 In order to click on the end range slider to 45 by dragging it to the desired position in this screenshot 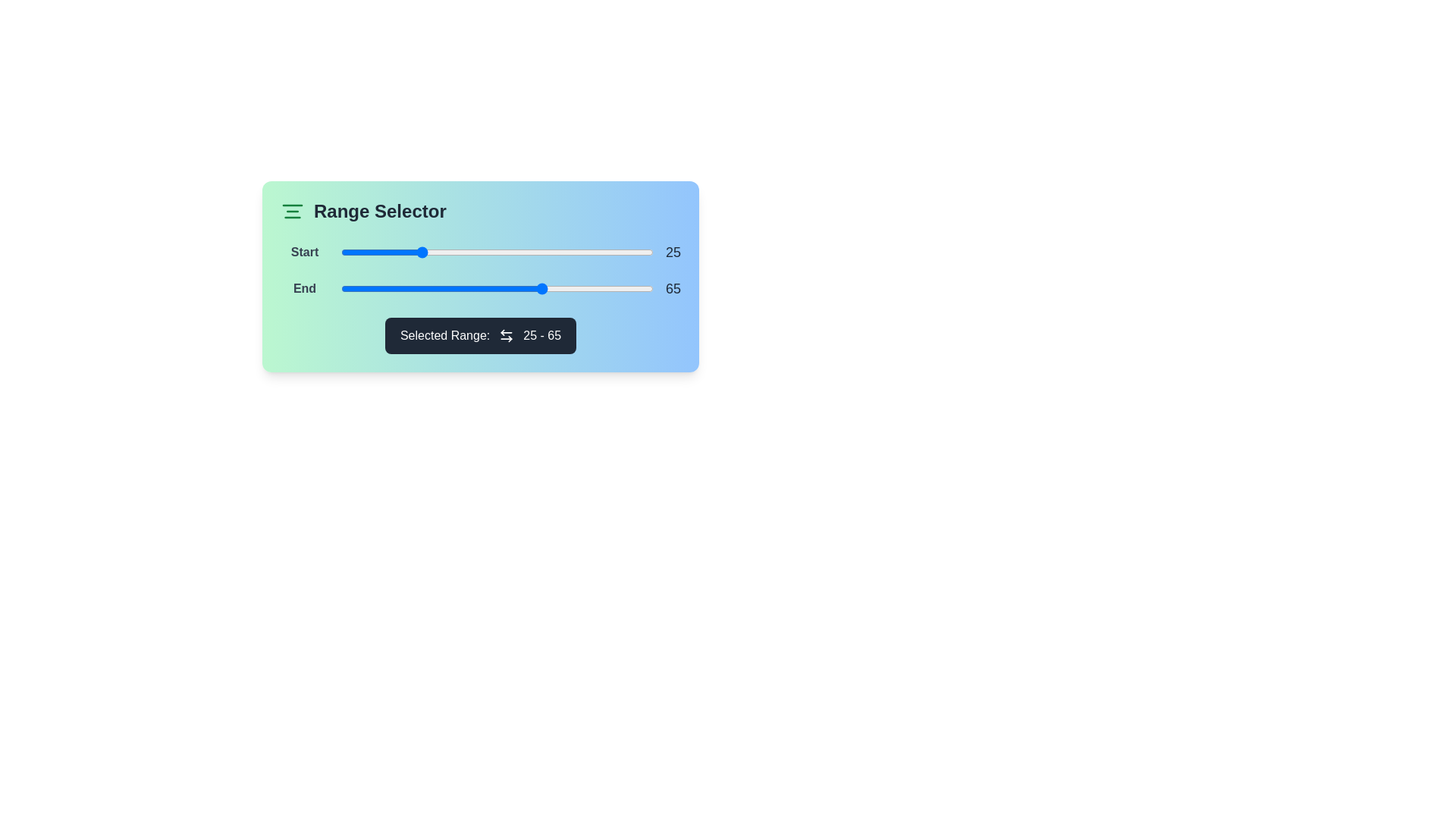, I will do `click(481, 289)`.